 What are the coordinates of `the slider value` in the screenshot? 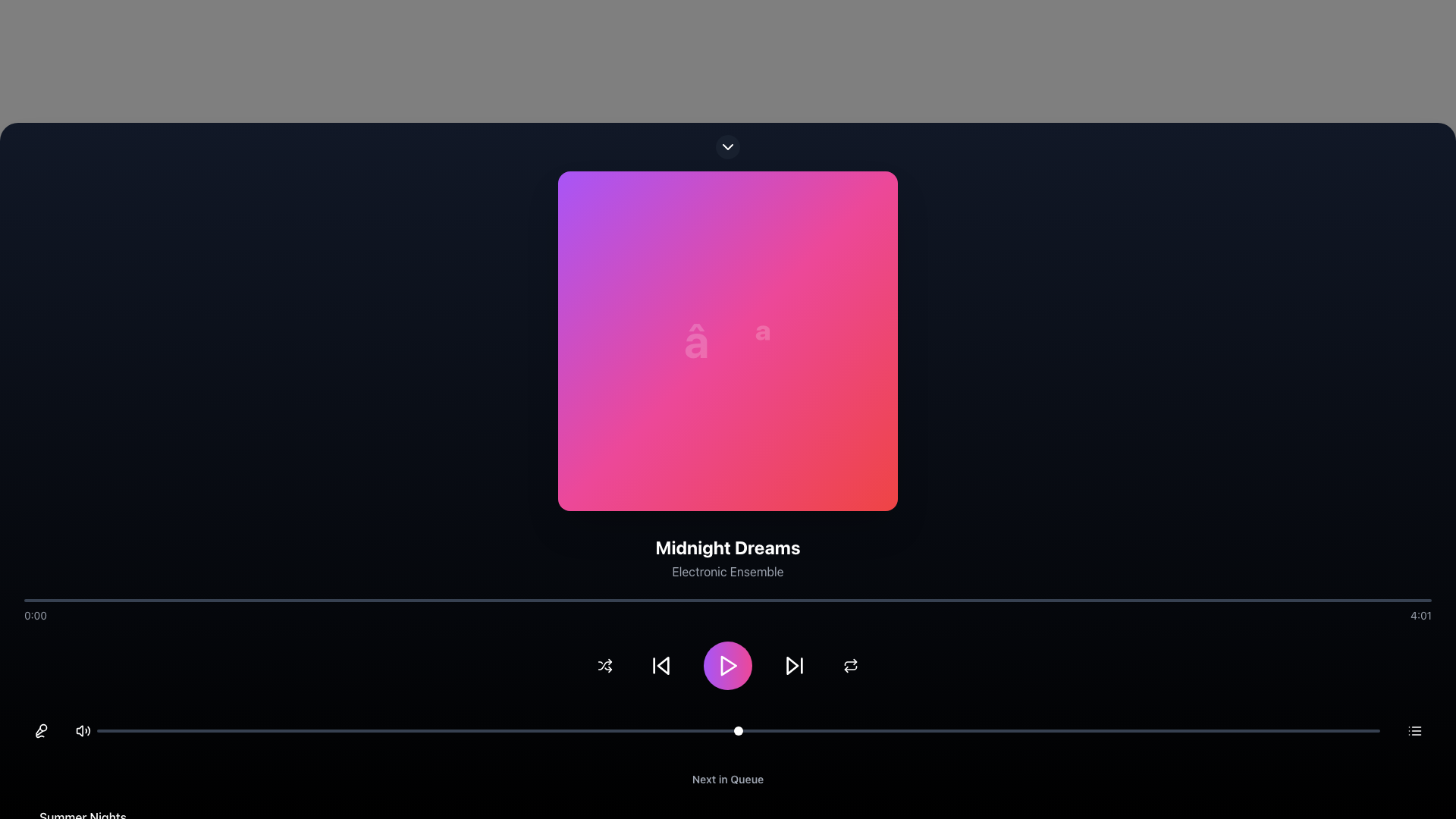 It's located at (840, 730).